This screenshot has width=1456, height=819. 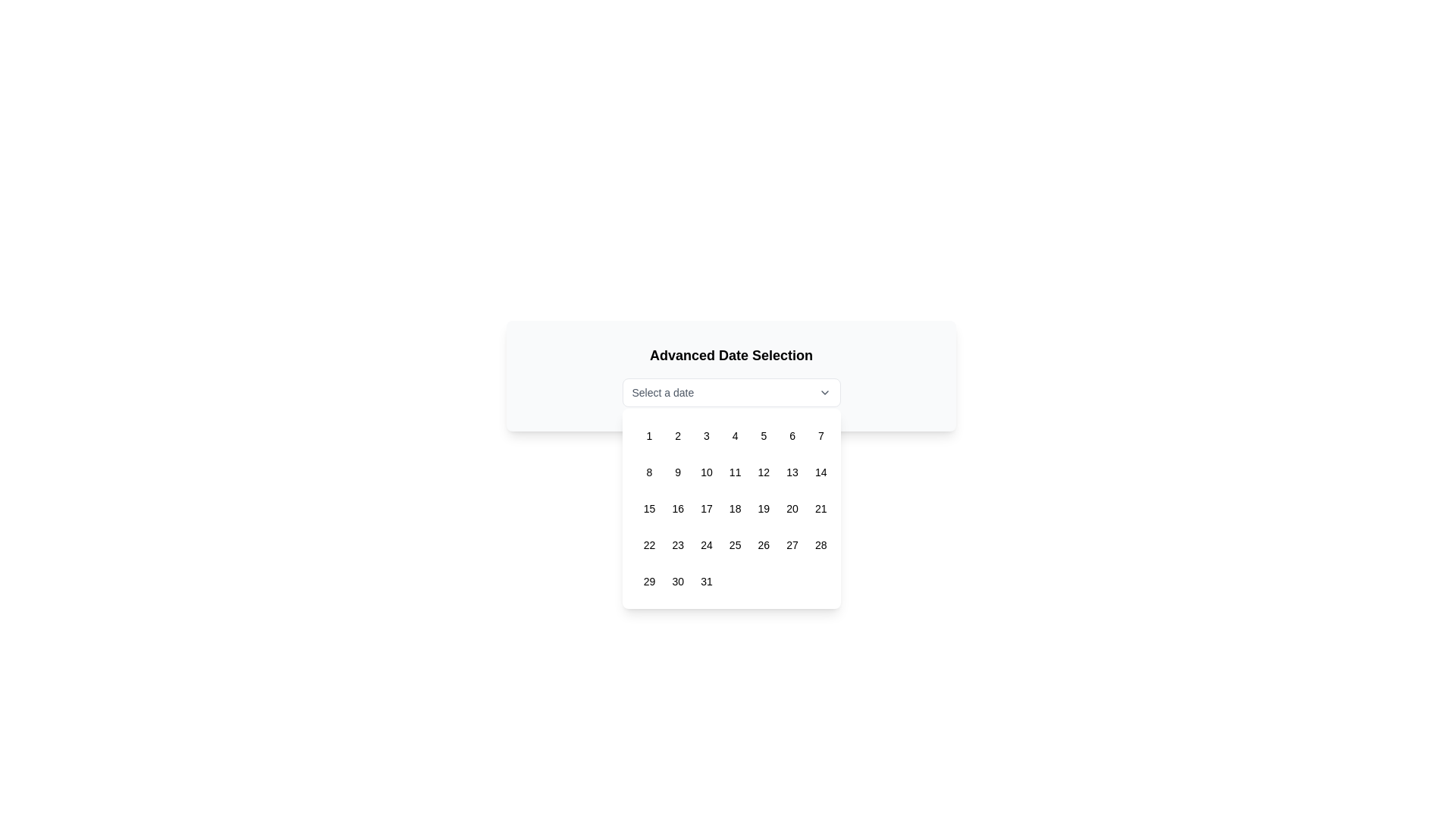 I want to click on the rounded rectangular button displaying the day '18' in the calendar week-grid layout, so click(x=735, y=509).